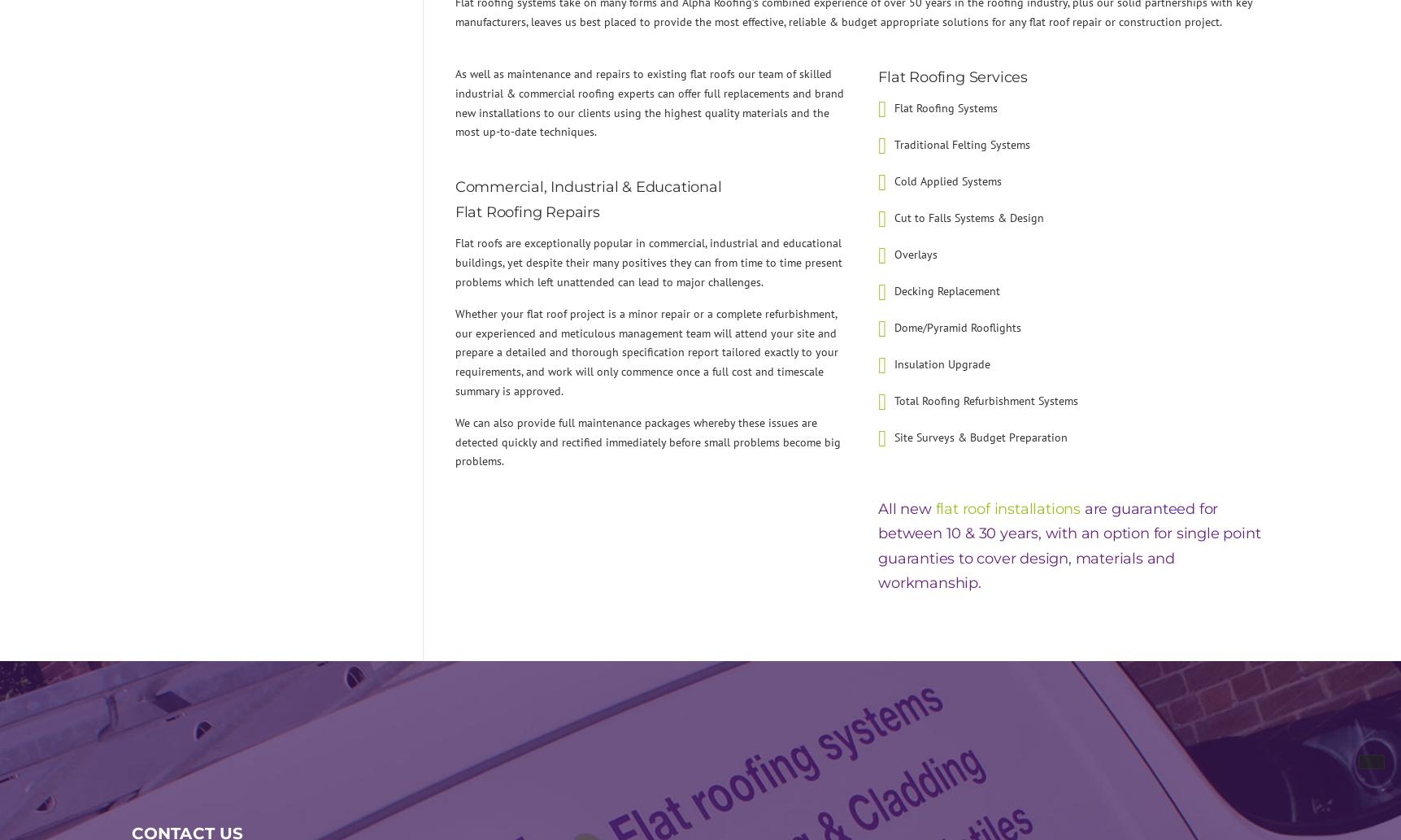  What do you see at coordinates (985, 400) in the screenshot?
I see `'Total Roofing Refurbishment Systems'` at bounding box center [985, 400].